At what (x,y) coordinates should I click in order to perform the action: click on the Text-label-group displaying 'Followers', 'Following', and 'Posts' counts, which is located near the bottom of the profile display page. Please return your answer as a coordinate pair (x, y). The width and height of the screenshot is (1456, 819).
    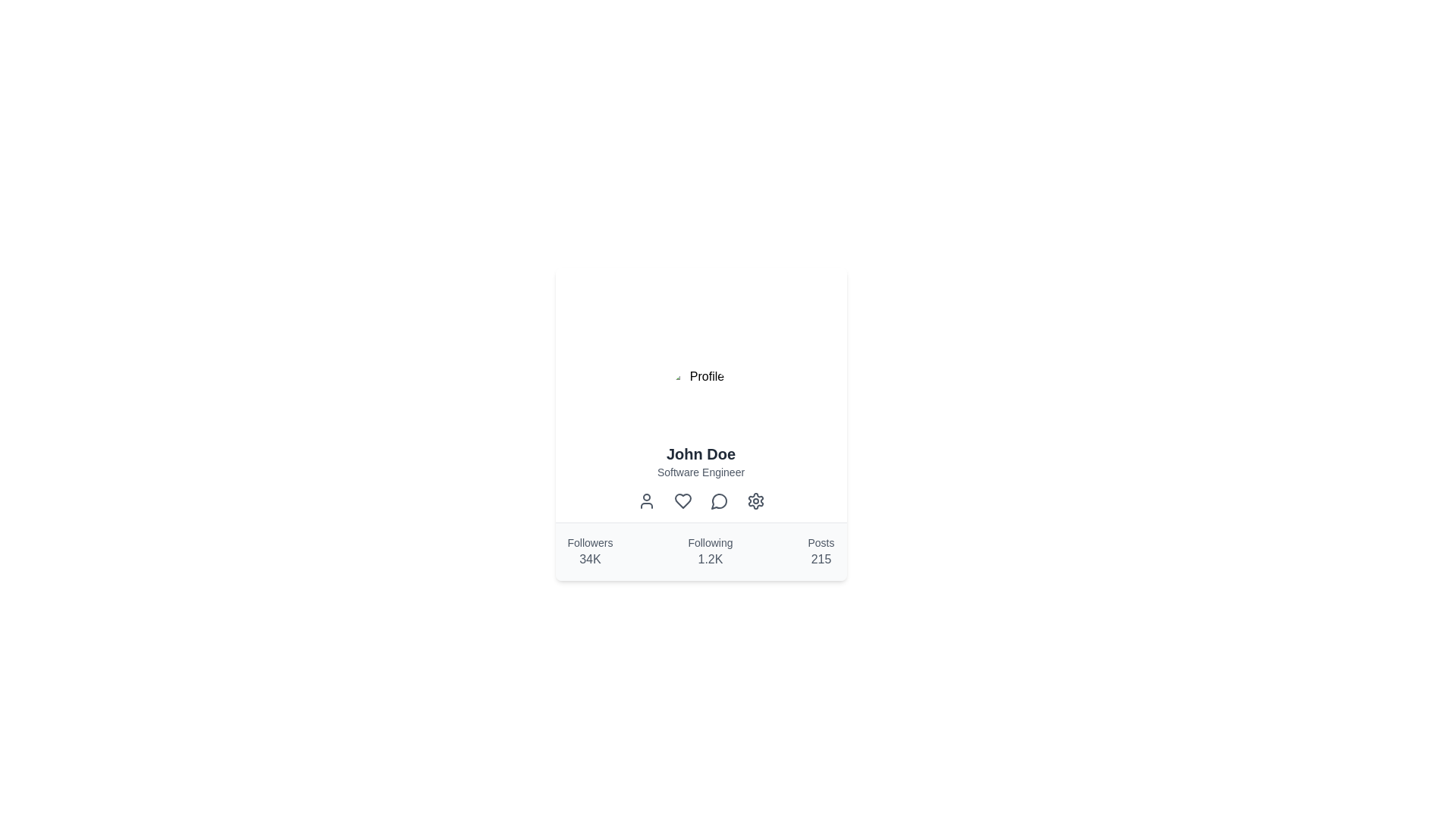
    Looking at the image, I should click on (700, 552).